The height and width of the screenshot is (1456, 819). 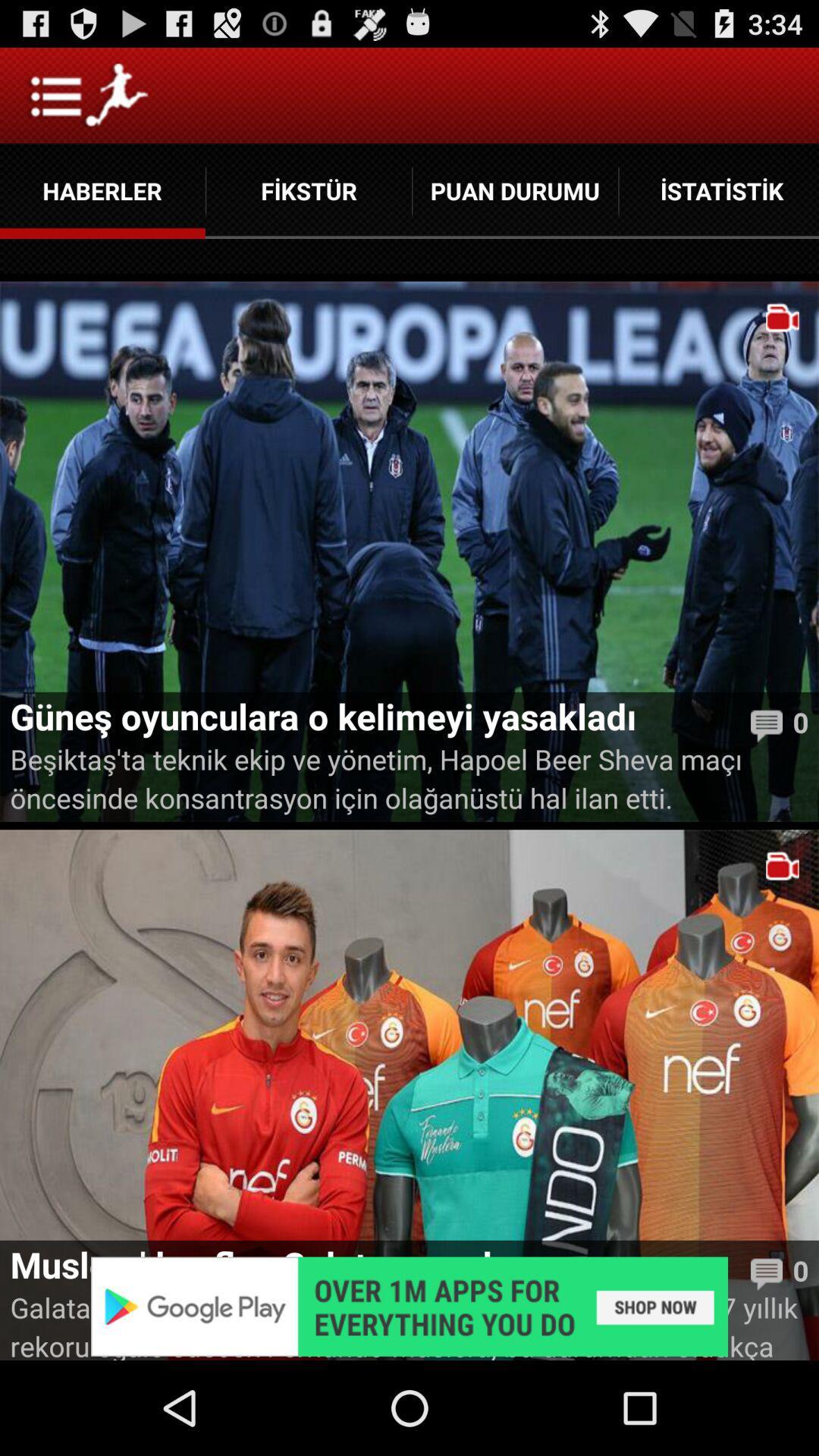 What do you see at coordinates (718, 190) in the screenshot?
I see `the button which is next to puan durumu` at bounding box center [718, 190].